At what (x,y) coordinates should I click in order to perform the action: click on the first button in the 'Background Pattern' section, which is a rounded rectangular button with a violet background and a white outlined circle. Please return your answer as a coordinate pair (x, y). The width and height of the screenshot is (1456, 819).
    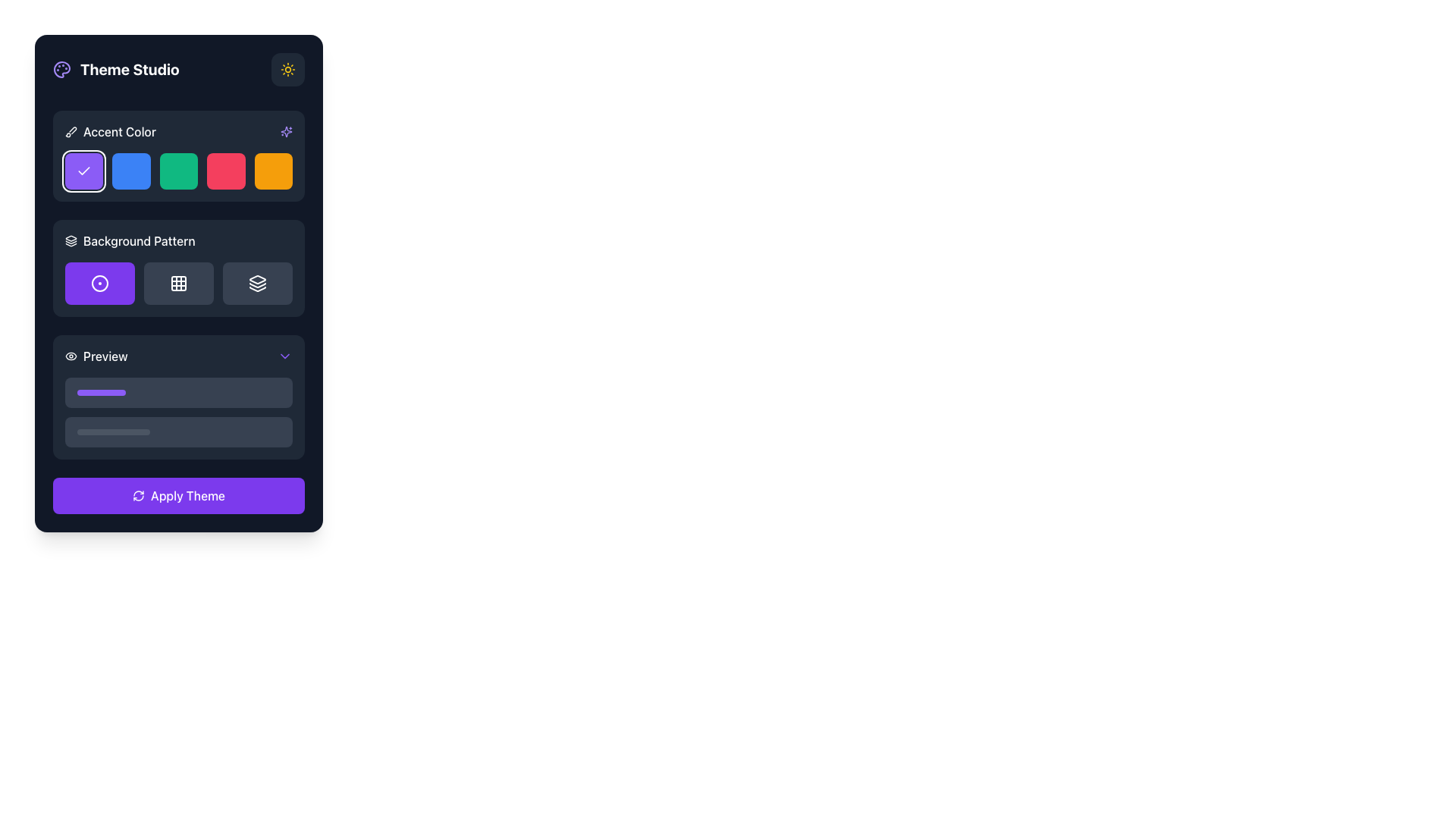
    Looking at the image, I should click on (99, 284).